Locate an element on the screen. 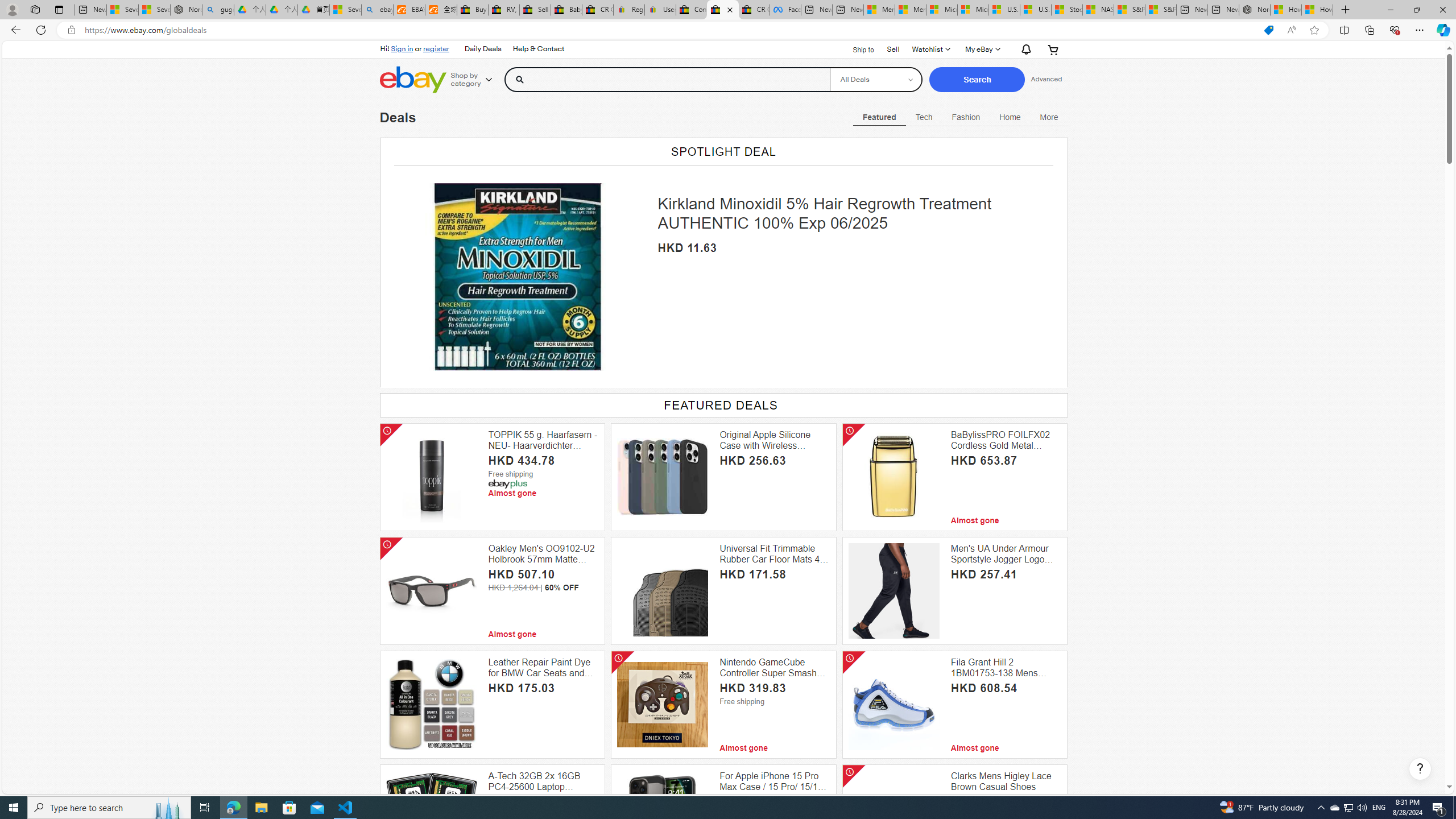 This screenshot has width=1456, height=819. 'eBay Home' is located at coordinates (413, 79).